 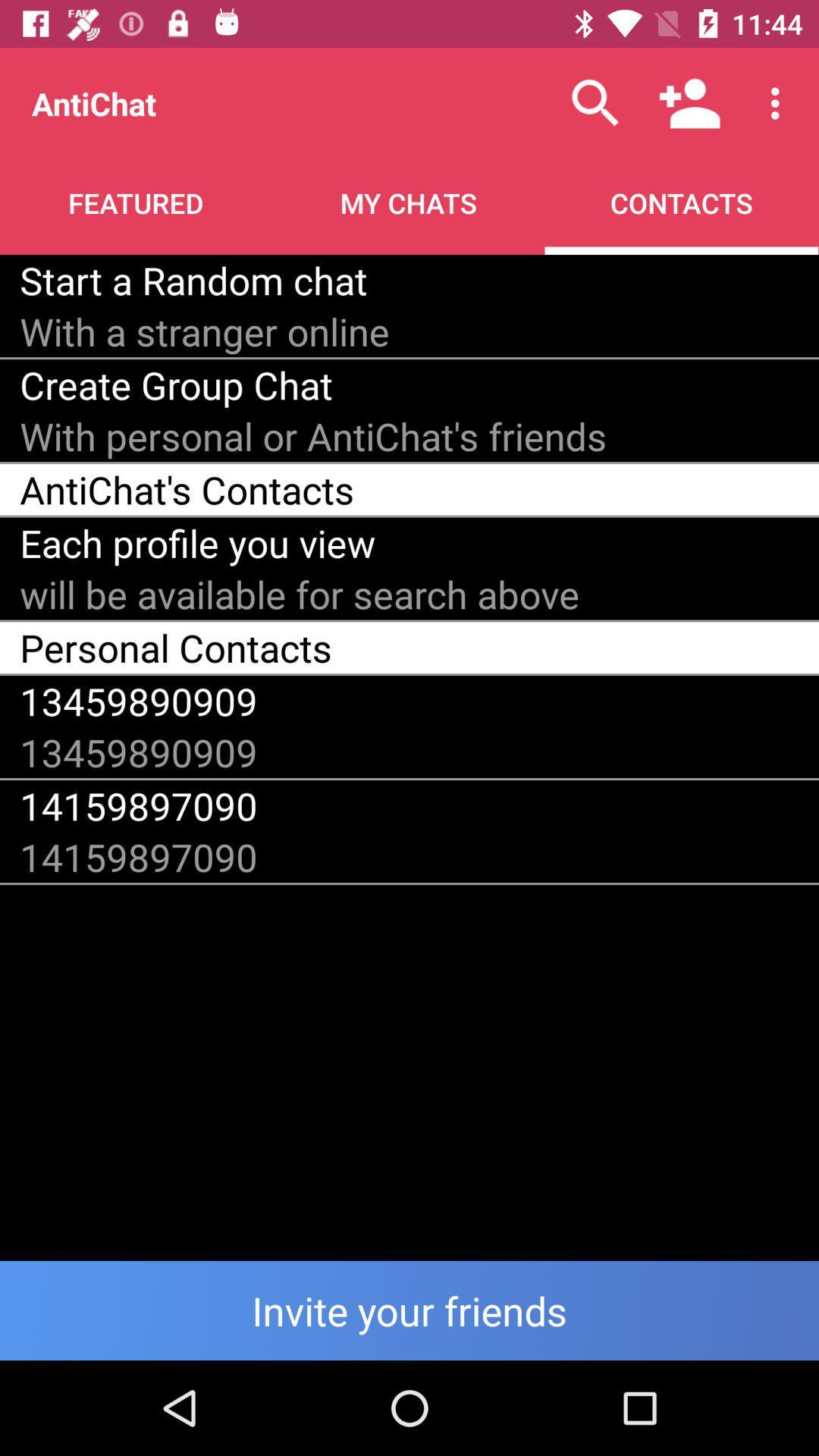 What do you see at coordinates (175, 648) in the screenshot?
I see `item above 13459890909 icon` at bounding box center [175, 648].